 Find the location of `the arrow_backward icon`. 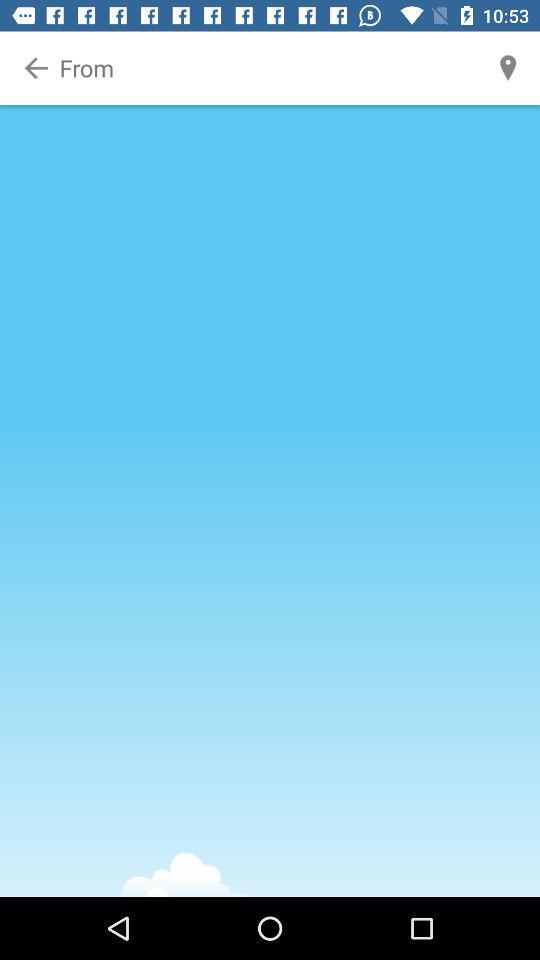

the arrow_backward icon is located at coordinates (36, 68).